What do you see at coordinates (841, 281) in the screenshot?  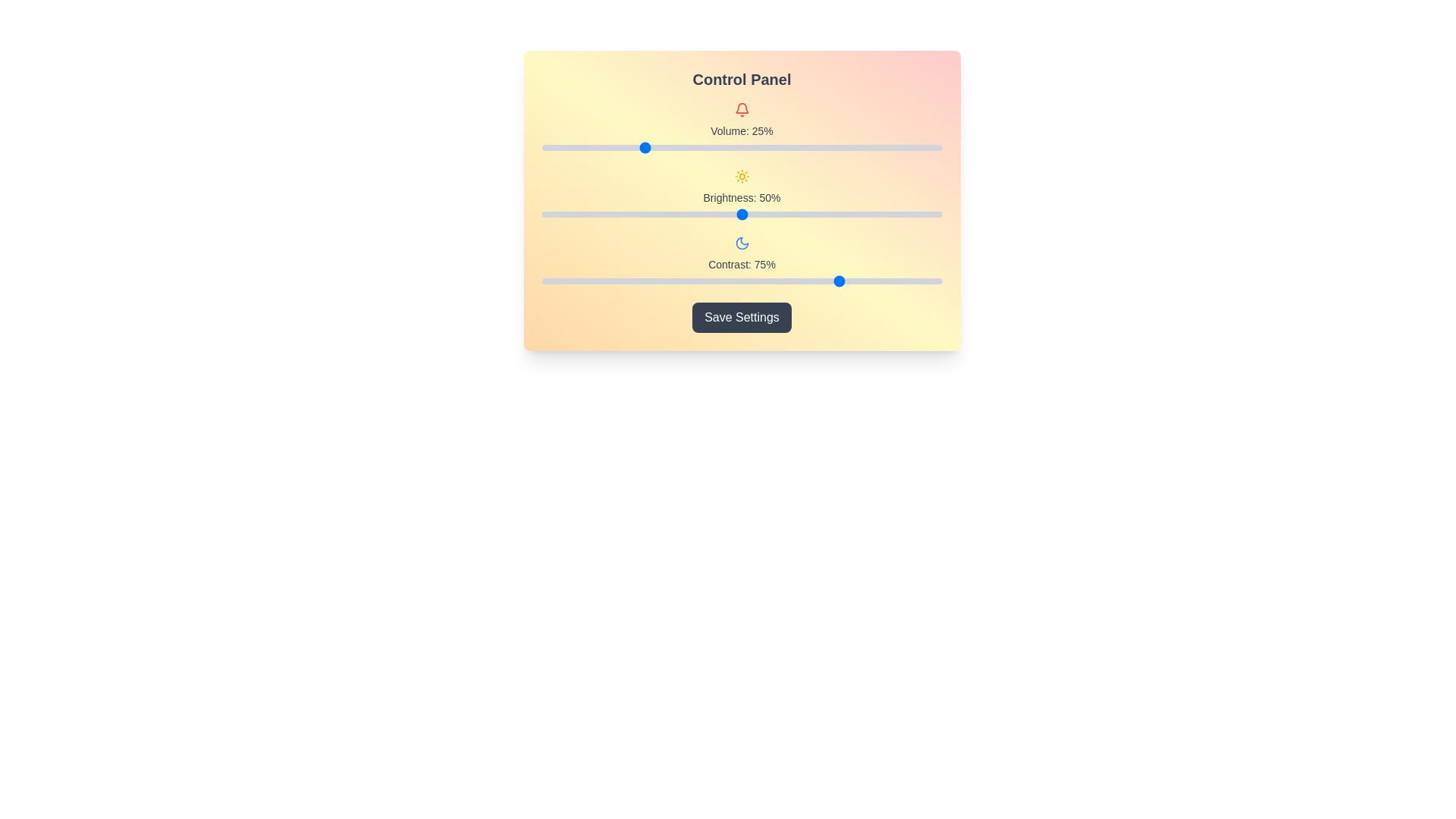 I see `contrast level` at bounding box center [841, 281].